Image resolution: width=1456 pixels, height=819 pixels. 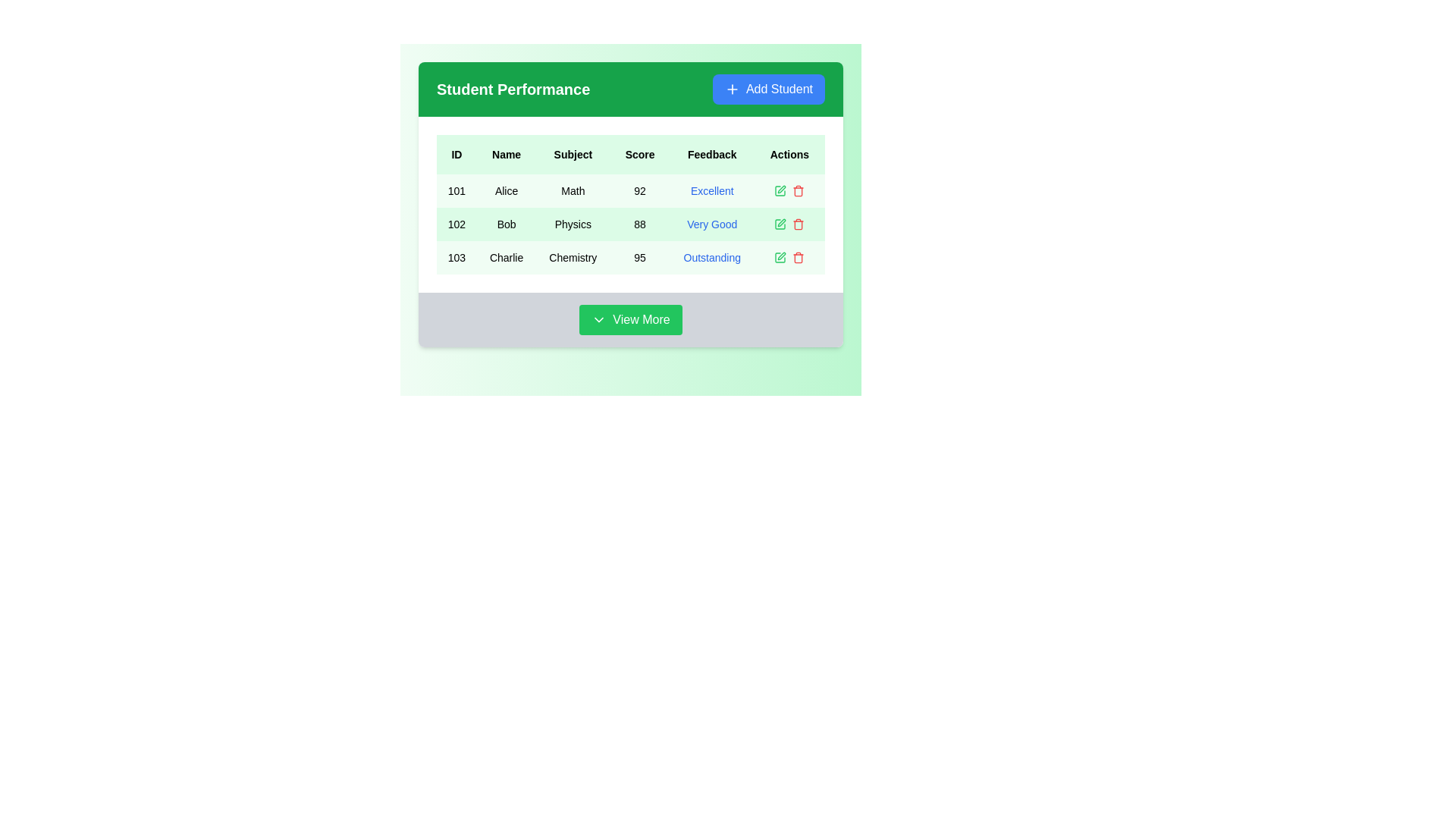 What do you see at coordinates (780, 224) in the screenshot?
I see `the edit icon button in the Actions column of the table to initiate editing for the student named 'Bob.'` at bounding box center [780, 224].